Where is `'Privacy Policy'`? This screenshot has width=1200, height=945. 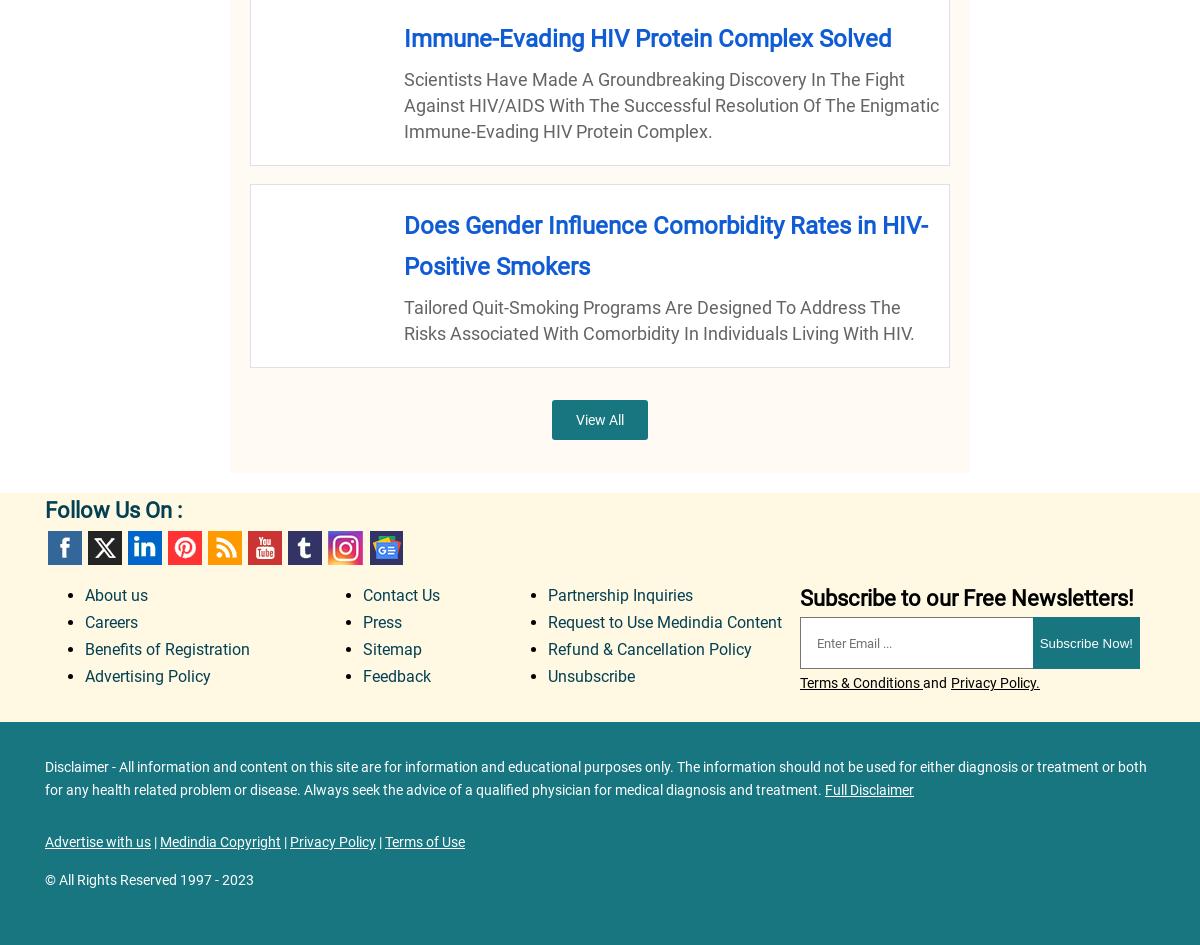 'Privacy Policy' is located at coordinates (333, 841).